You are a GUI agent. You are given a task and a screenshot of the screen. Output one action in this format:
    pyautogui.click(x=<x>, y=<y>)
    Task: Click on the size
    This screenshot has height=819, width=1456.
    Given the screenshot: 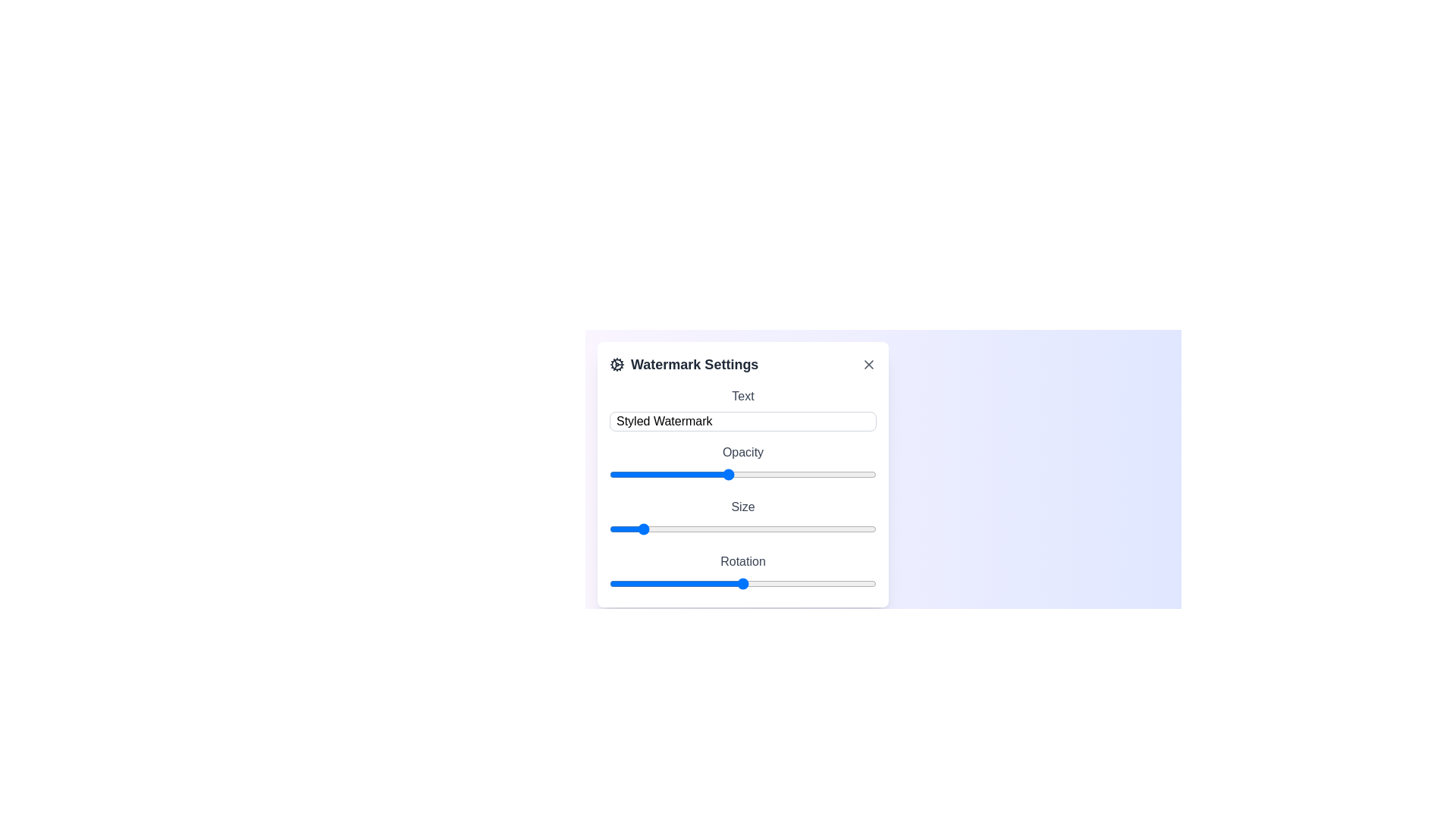 What is the action you would take?
    pyautogui.click(x=690, y=529)
    